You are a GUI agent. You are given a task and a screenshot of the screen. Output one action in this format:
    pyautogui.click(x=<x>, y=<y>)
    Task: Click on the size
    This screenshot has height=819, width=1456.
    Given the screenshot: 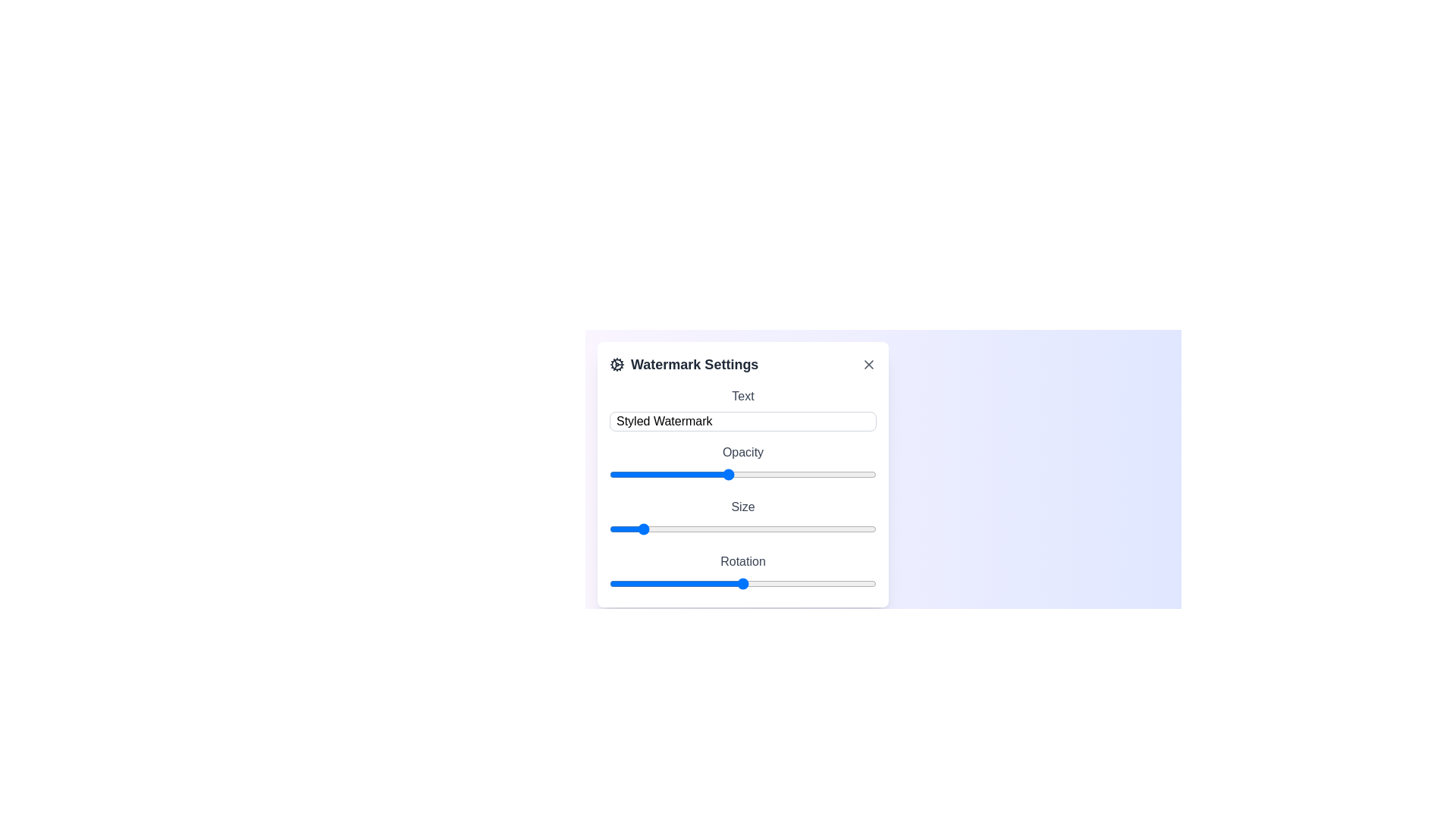 What is the action you would take?
    pyautogui.click(x=690, y=529)
    